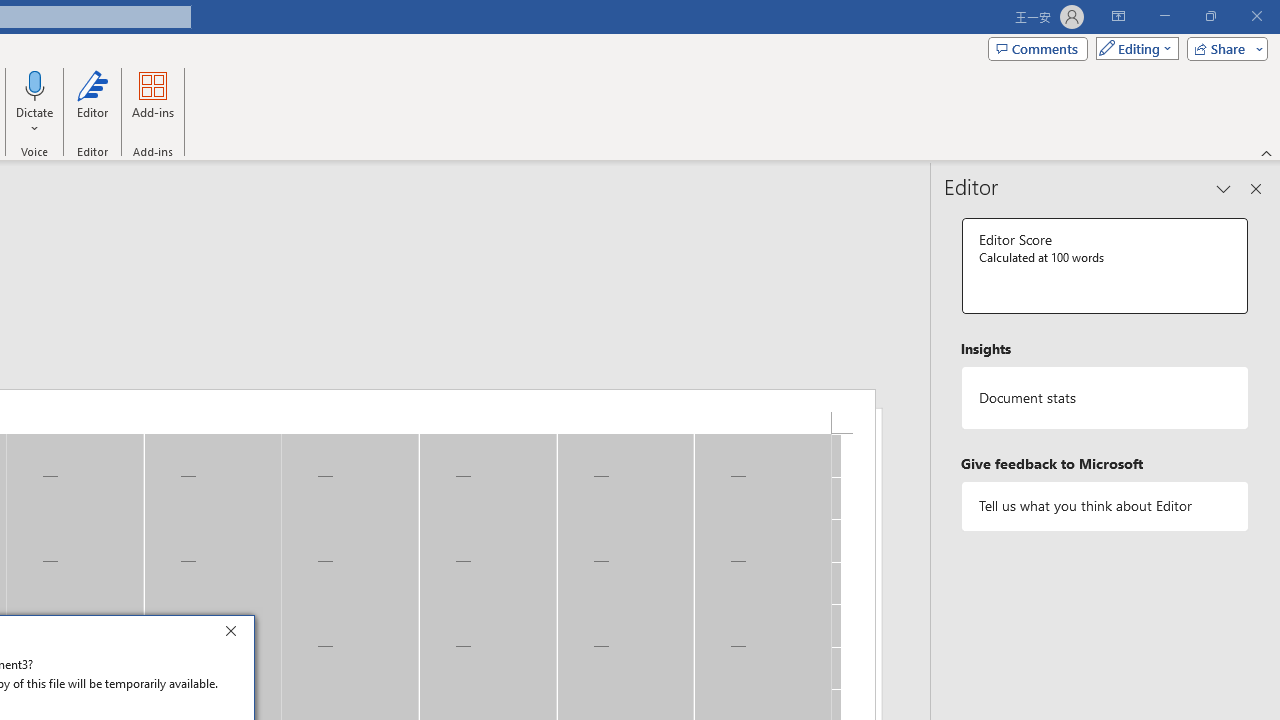  I want to click on 'Editor', so click(91, 103).